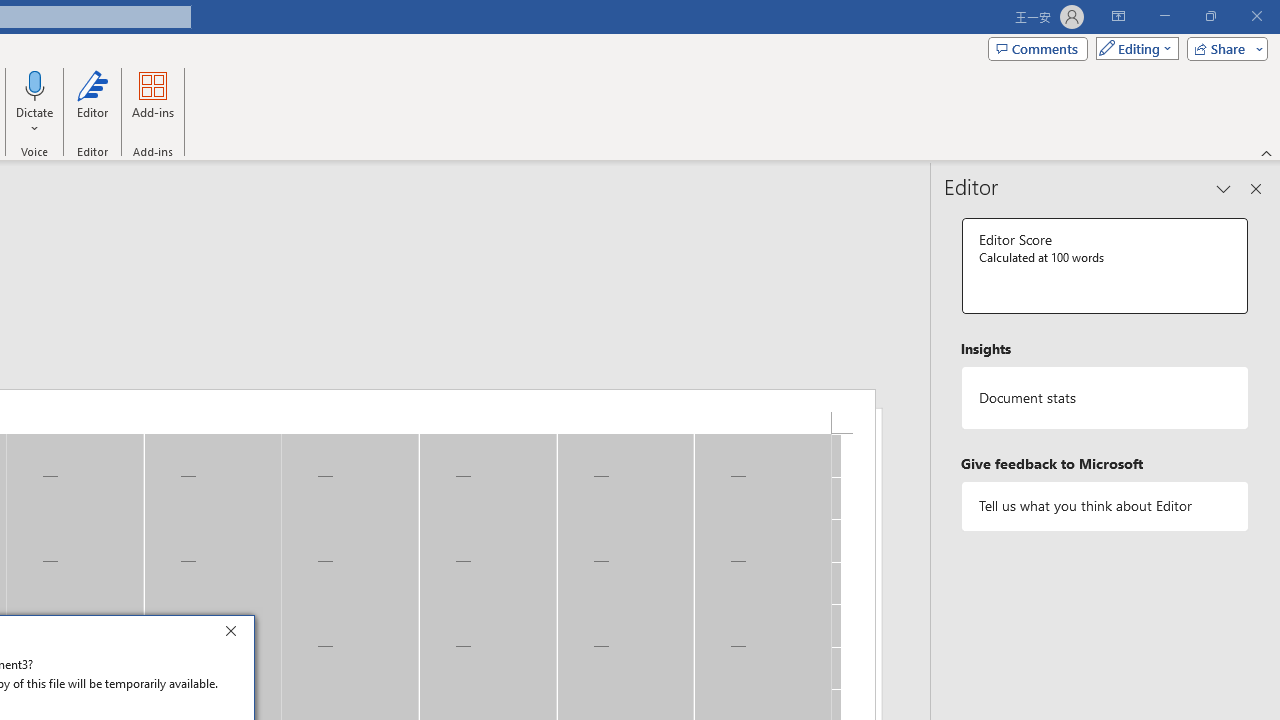  I want to click on 'Editor', so click(91, 103).